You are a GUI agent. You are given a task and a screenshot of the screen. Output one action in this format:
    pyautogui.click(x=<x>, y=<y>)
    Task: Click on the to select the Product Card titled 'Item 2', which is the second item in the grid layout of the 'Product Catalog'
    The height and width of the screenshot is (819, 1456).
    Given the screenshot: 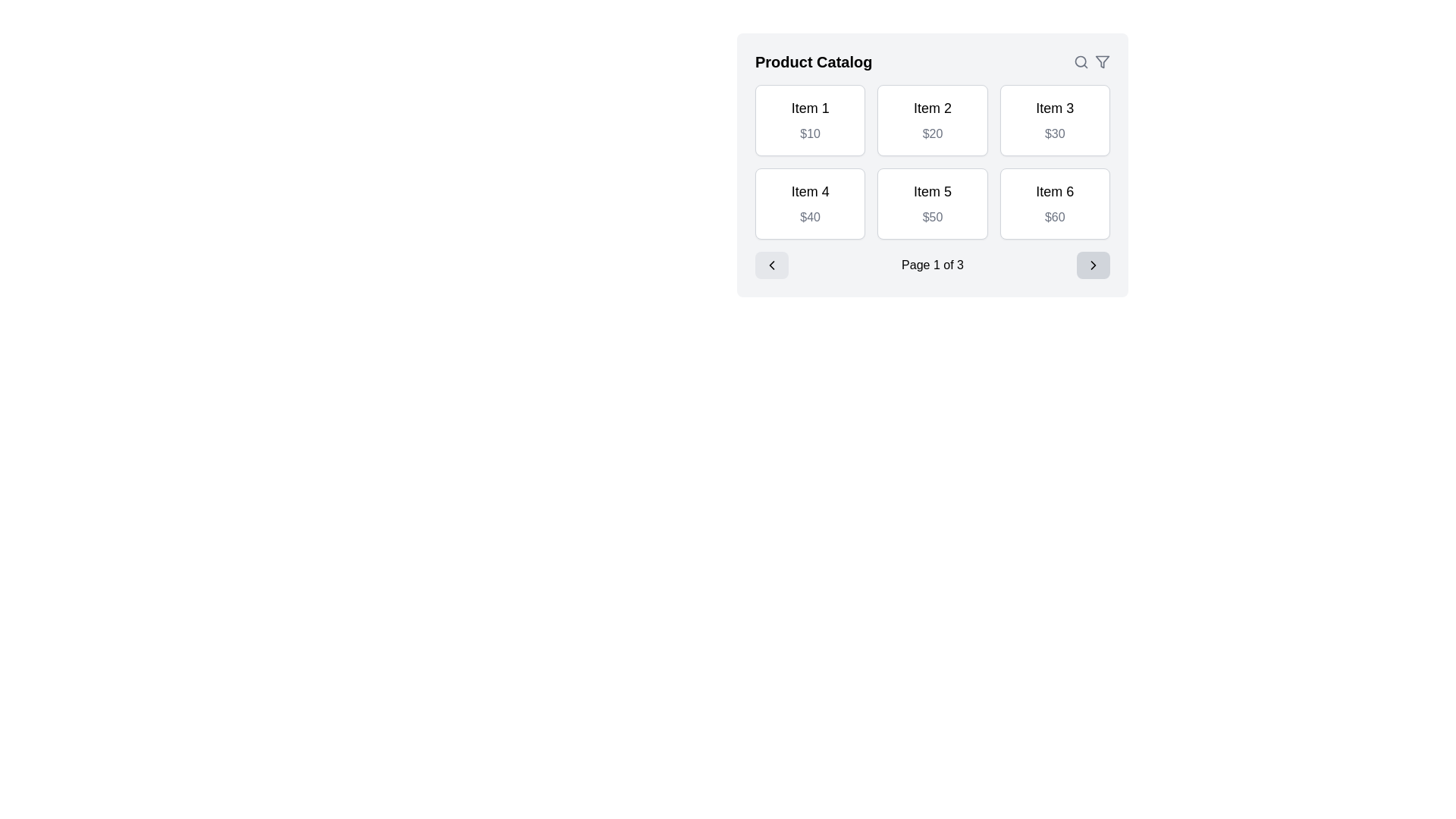 What is the action you would take?
    pyautogui.click(x=931, y=119)
    